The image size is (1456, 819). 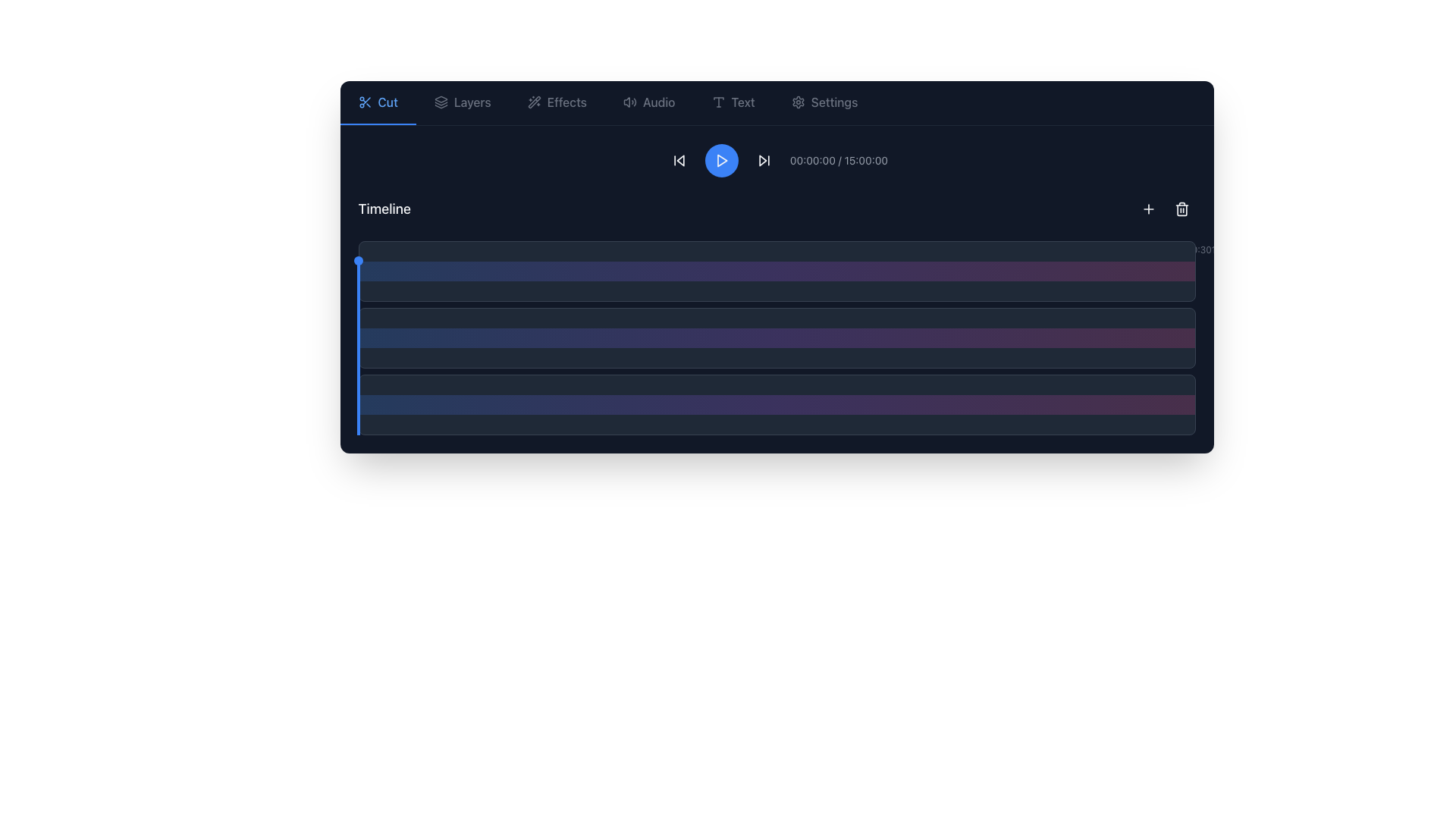 What do you see at coordinates (440, 102) in the screenshot?
I see `the Layers menu icon located to the left of the text 'Layers' in the main navigation toolbar at the top of the interface` at bounding box center [440, 102].